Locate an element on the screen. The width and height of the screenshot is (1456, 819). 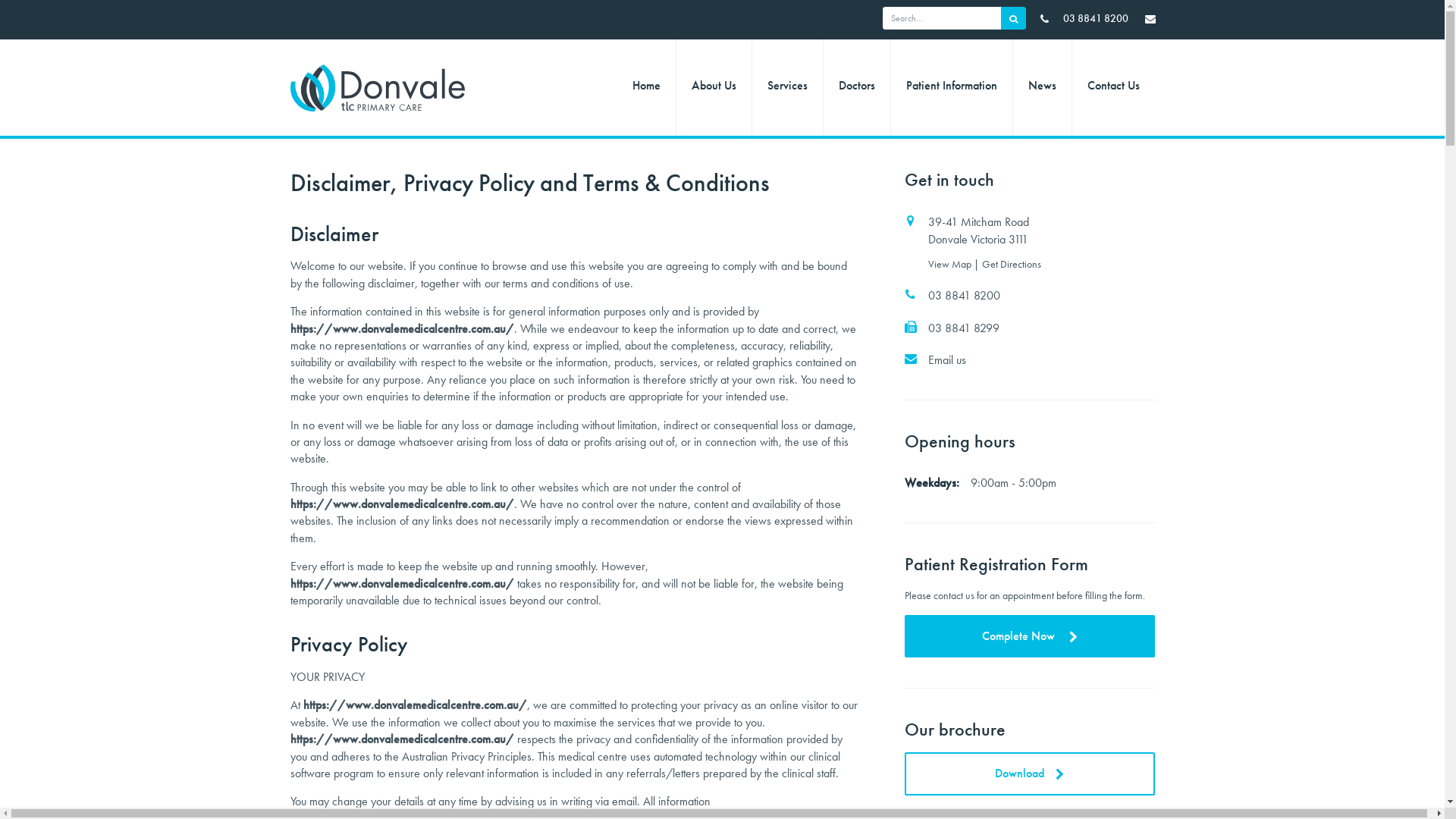
'About Us' is located at coordinates (713, 87).